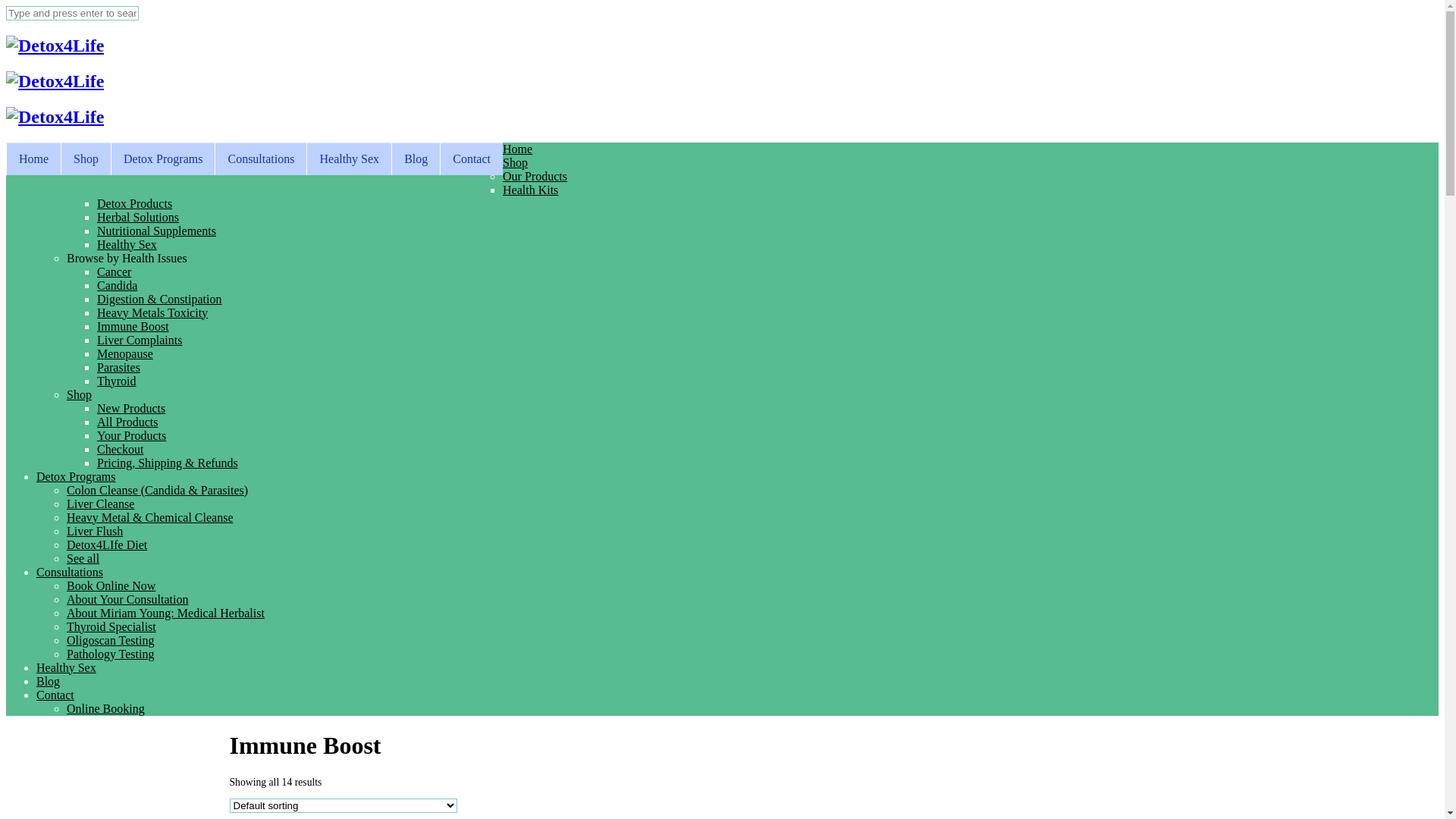  What do you see at coordinates (167, 462) in the screenshot?
I see `'Pricing, Shipping & Refunds'` at bounding box center [167, 462].